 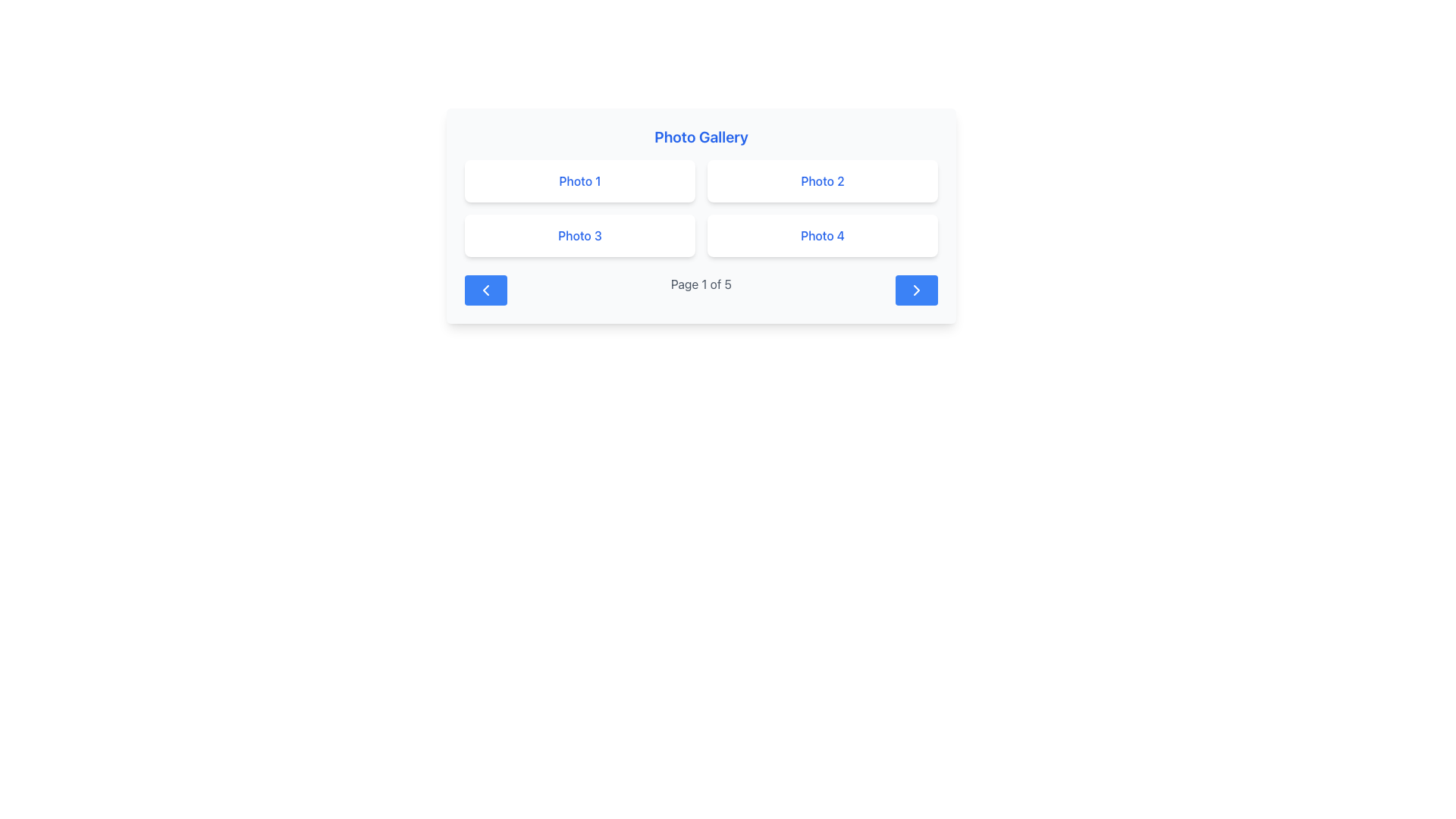 What do you see at coordinates (821, 180) in the screenshot?
I see `the text label indicating the second item in the photo gallery, located under the 'Photo Gallery' title` at bounding box center [821, 180].